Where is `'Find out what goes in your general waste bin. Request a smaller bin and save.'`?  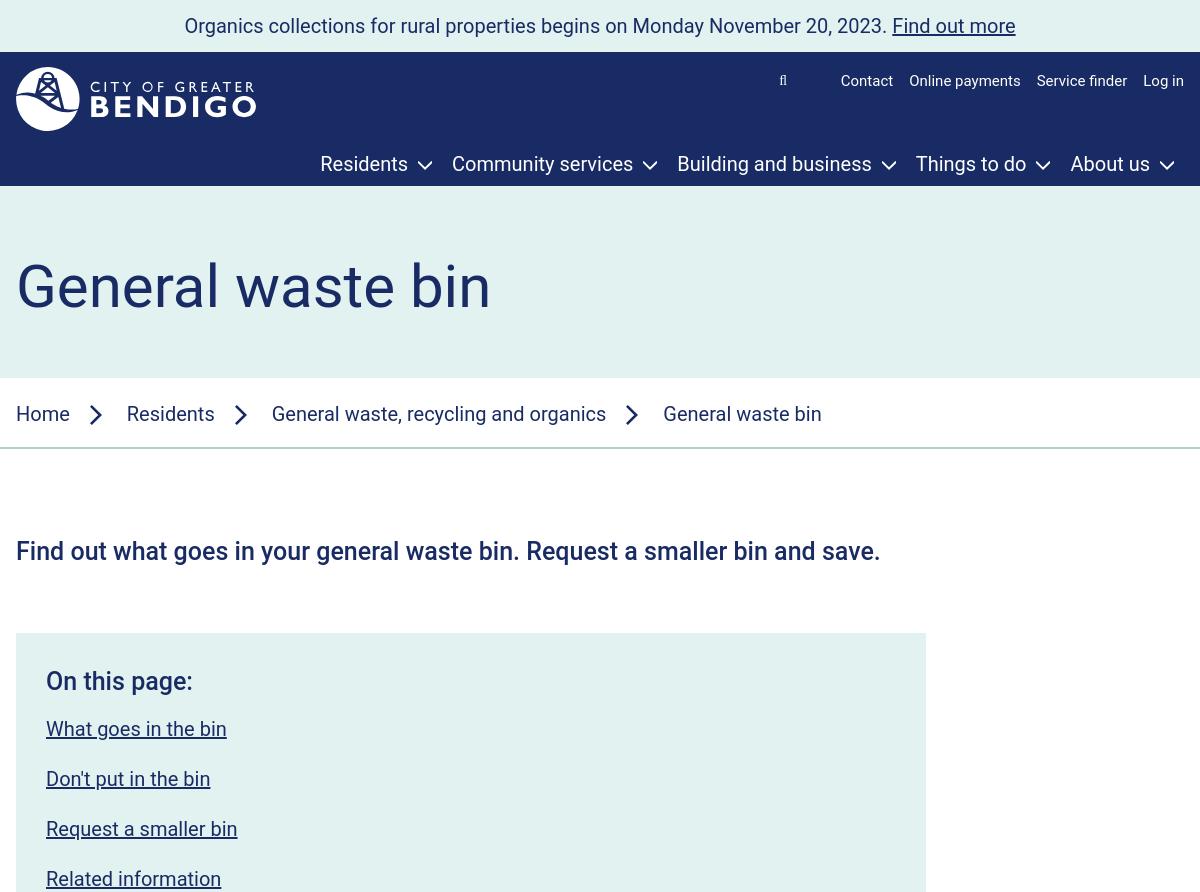
'Find out what goes in your general waste bin. Request a smaller bin and save.' is located at coordinates (447, 550).